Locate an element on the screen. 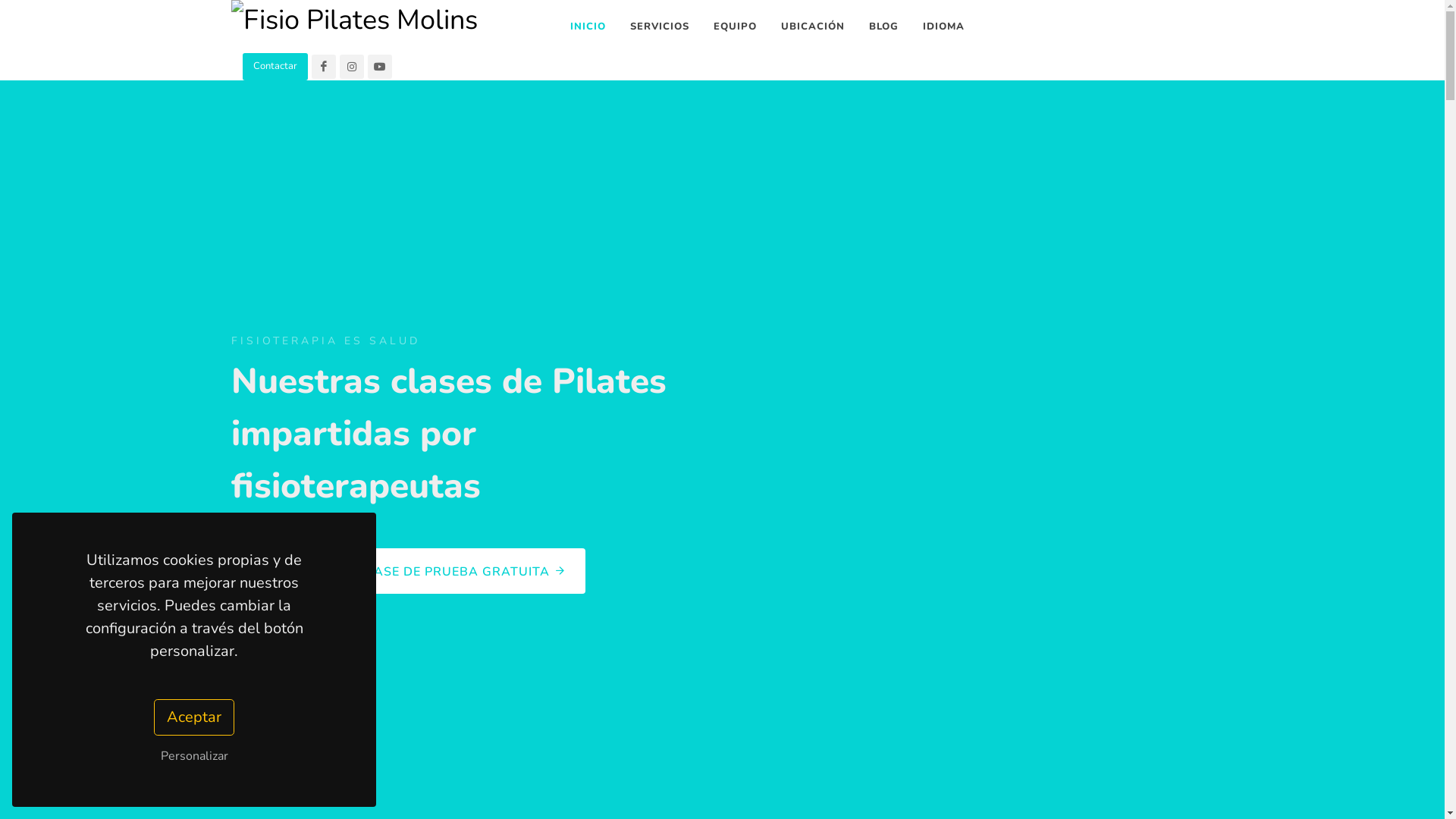 Image resolution: width=1456 pixels, height=819 pixels. 'Personalizar' is located at coordinates (149, 755).